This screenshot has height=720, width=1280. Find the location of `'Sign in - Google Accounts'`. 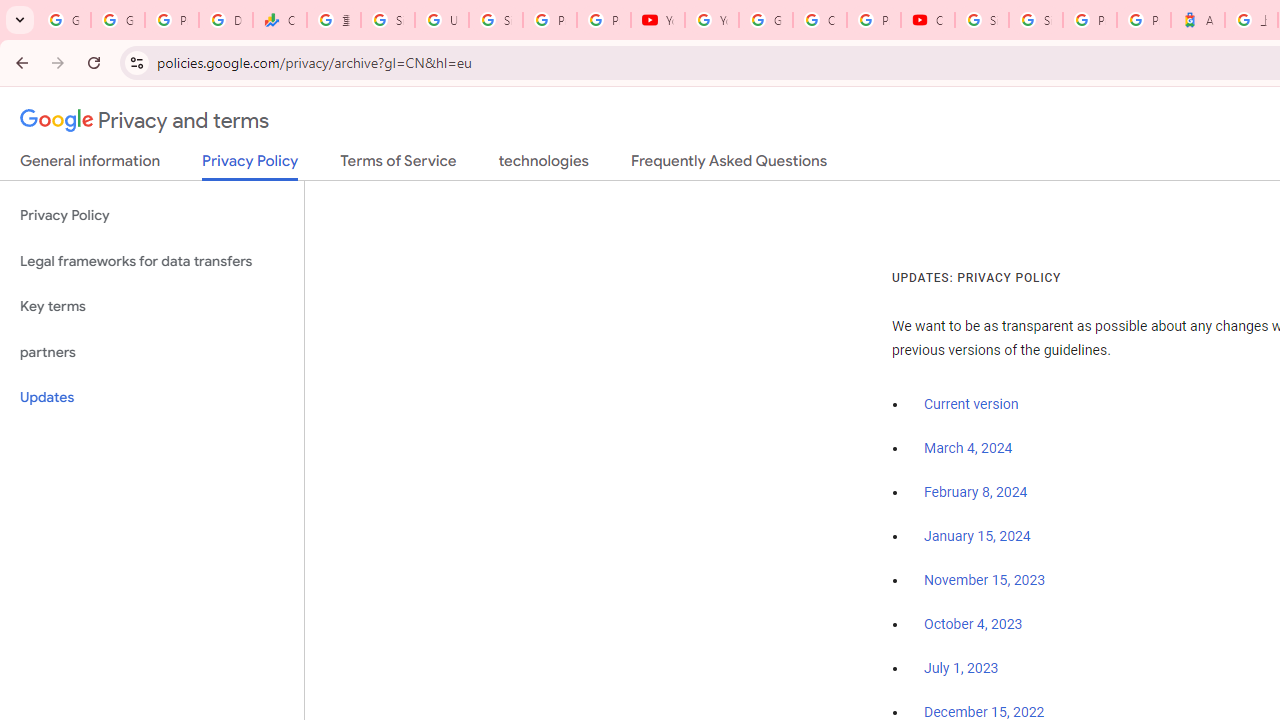

'Sign in - Google Accounts' is located at coordinates (387, 20).